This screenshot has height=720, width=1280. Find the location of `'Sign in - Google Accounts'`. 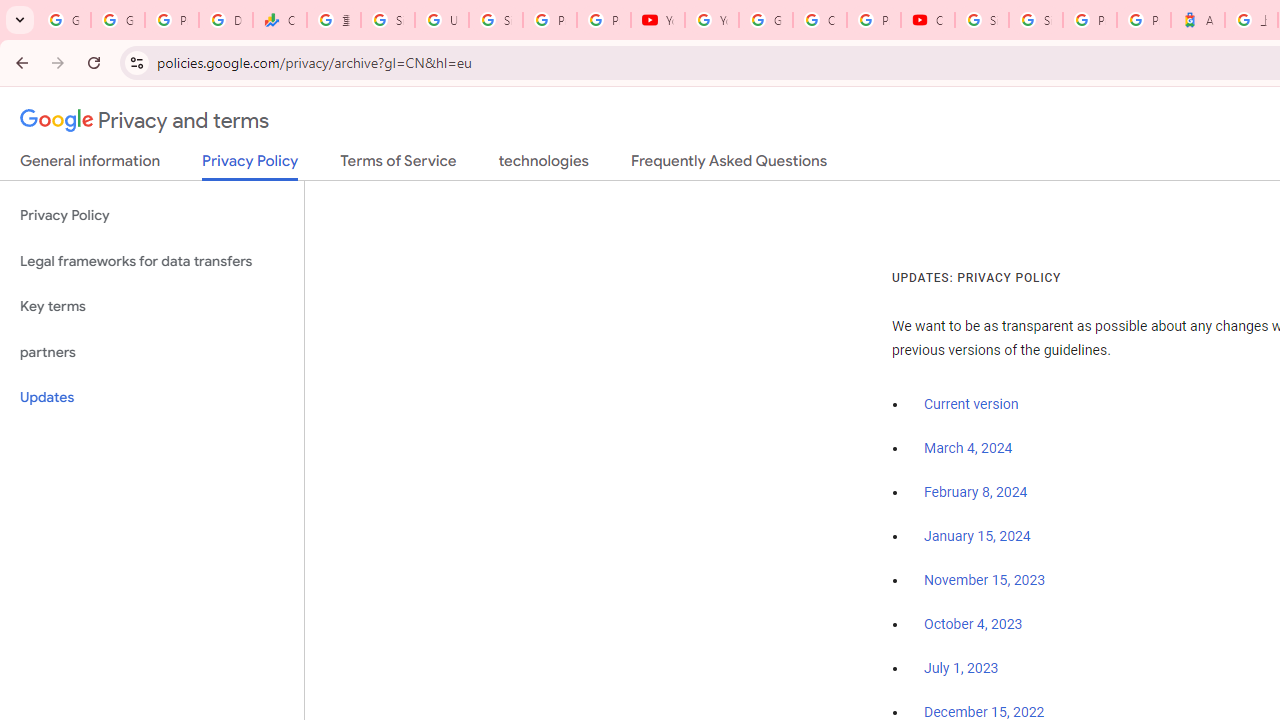

'Sign in - Google Accounts' is located at coordinates (387, 20).